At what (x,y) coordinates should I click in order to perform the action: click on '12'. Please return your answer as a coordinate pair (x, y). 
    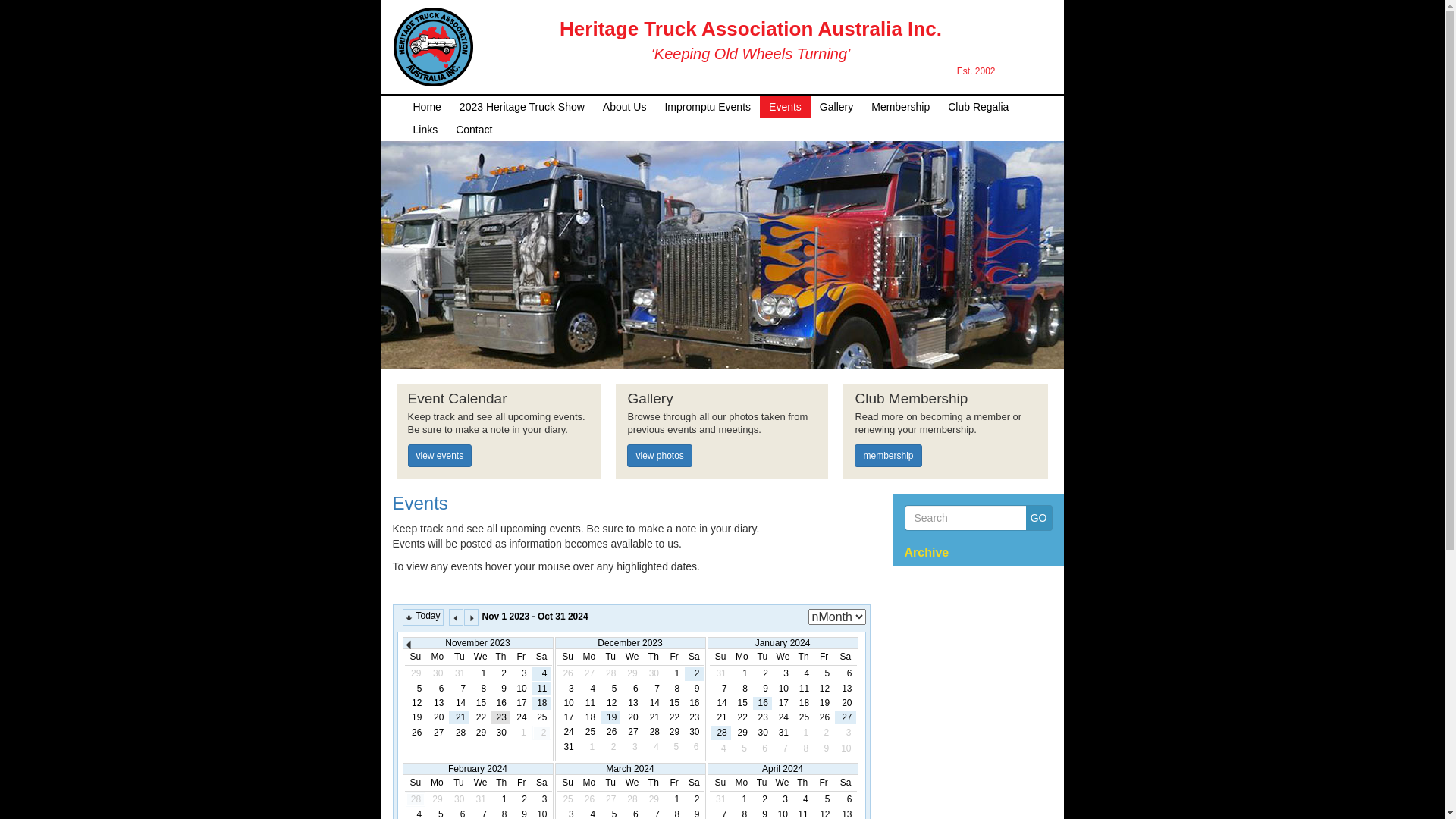
    Looking at the image, I should click on (823, 689).